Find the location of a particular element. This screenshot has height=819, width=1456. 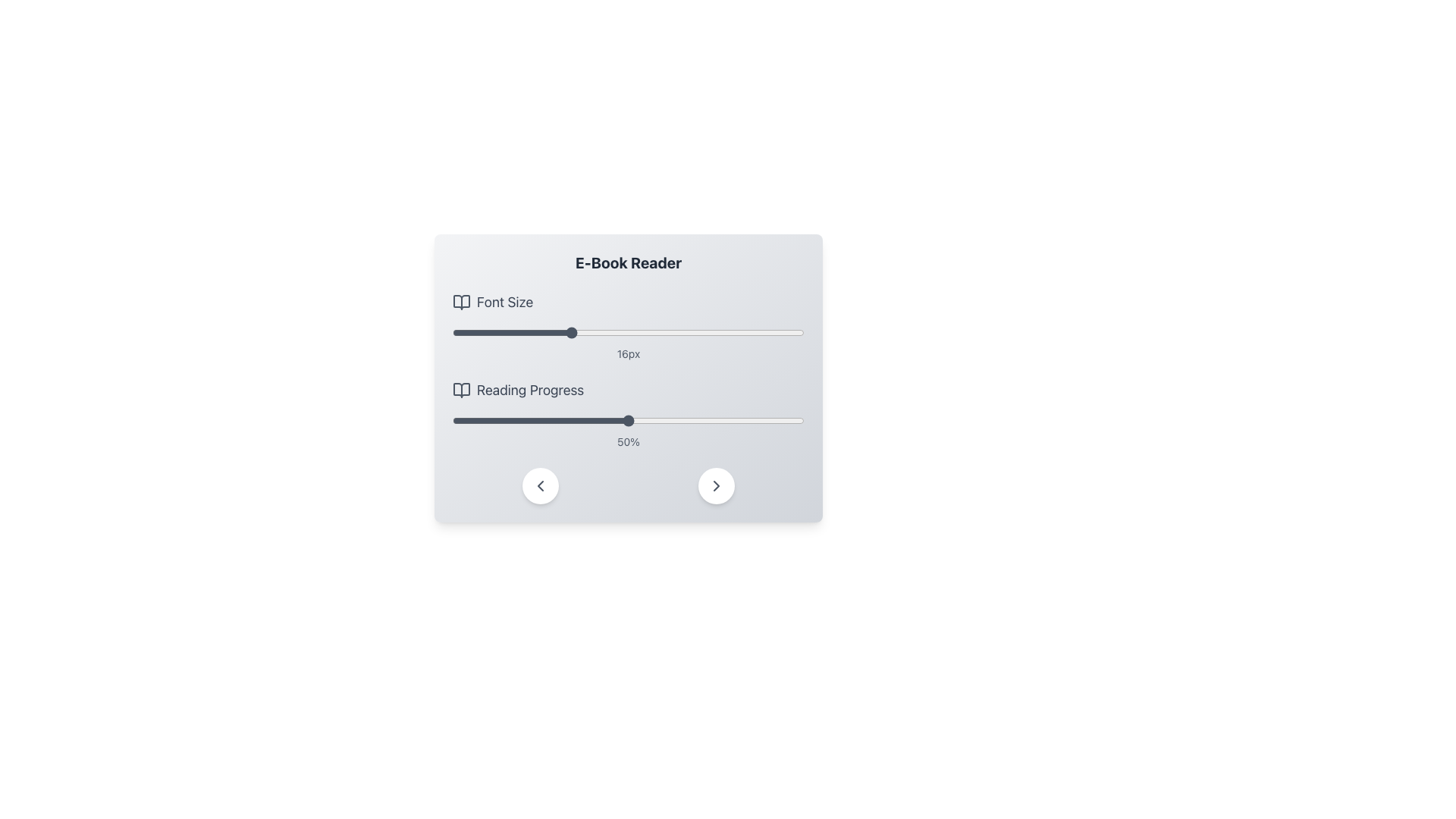

the text label displaying '16px' located directly beneath the font size slider in the 'Font Size' section of the interface is located at coordinates (629, 353).